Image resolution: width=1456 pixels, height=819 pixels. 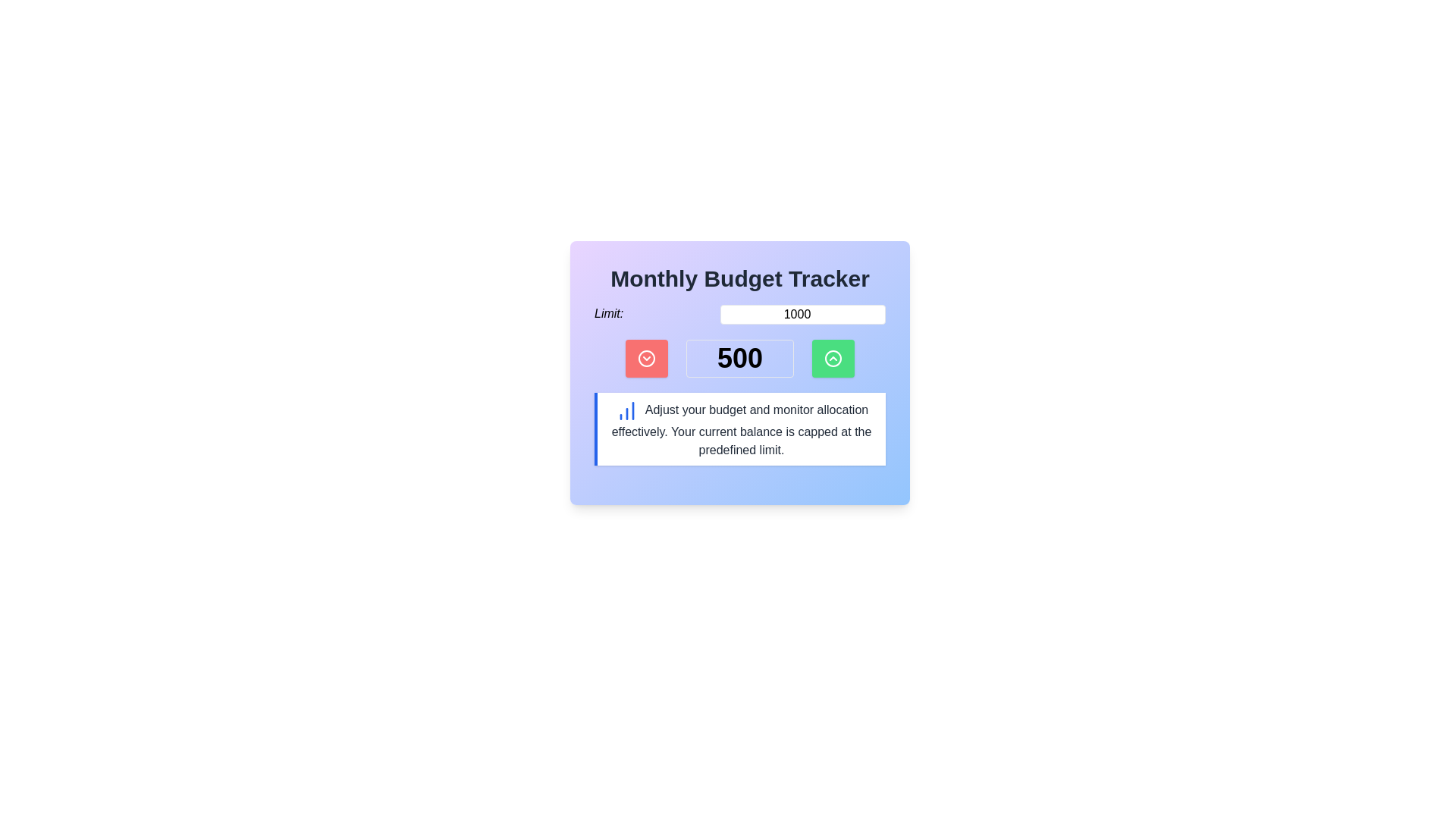 What do you see at coordinates (739, 359) in the screenshot?
I see `the Text label that displays the current value, which is centrally located within a horizontal section of the interface, flanked by a red icon on the left and a green icon on the right` at bounding box center [739, 359].